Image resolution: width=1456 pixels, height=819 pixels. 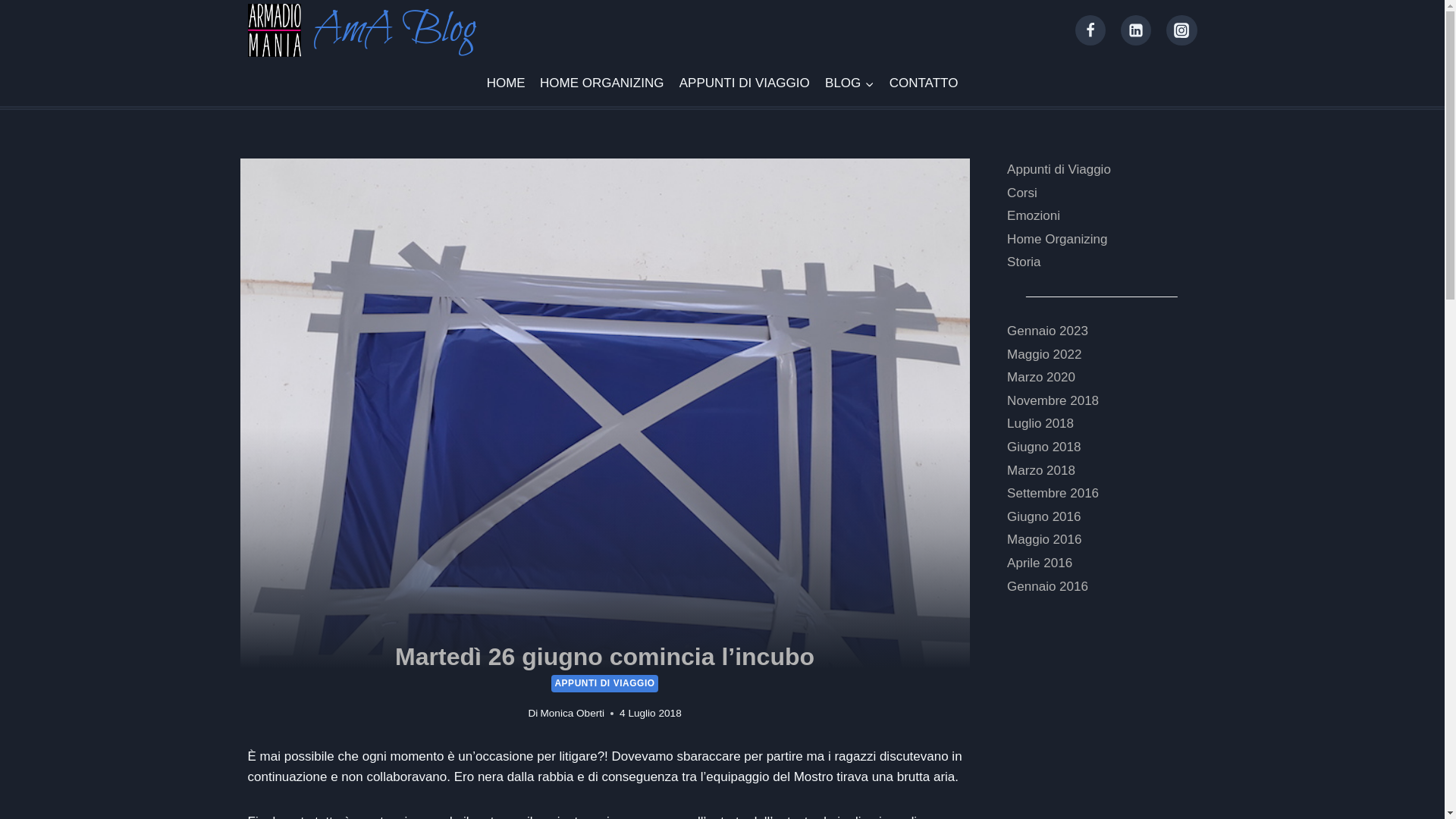 What do you see at coordinates (923, 83) in the screenshot?
I see `'CONTATTO'` at bounding box center [923, 83].